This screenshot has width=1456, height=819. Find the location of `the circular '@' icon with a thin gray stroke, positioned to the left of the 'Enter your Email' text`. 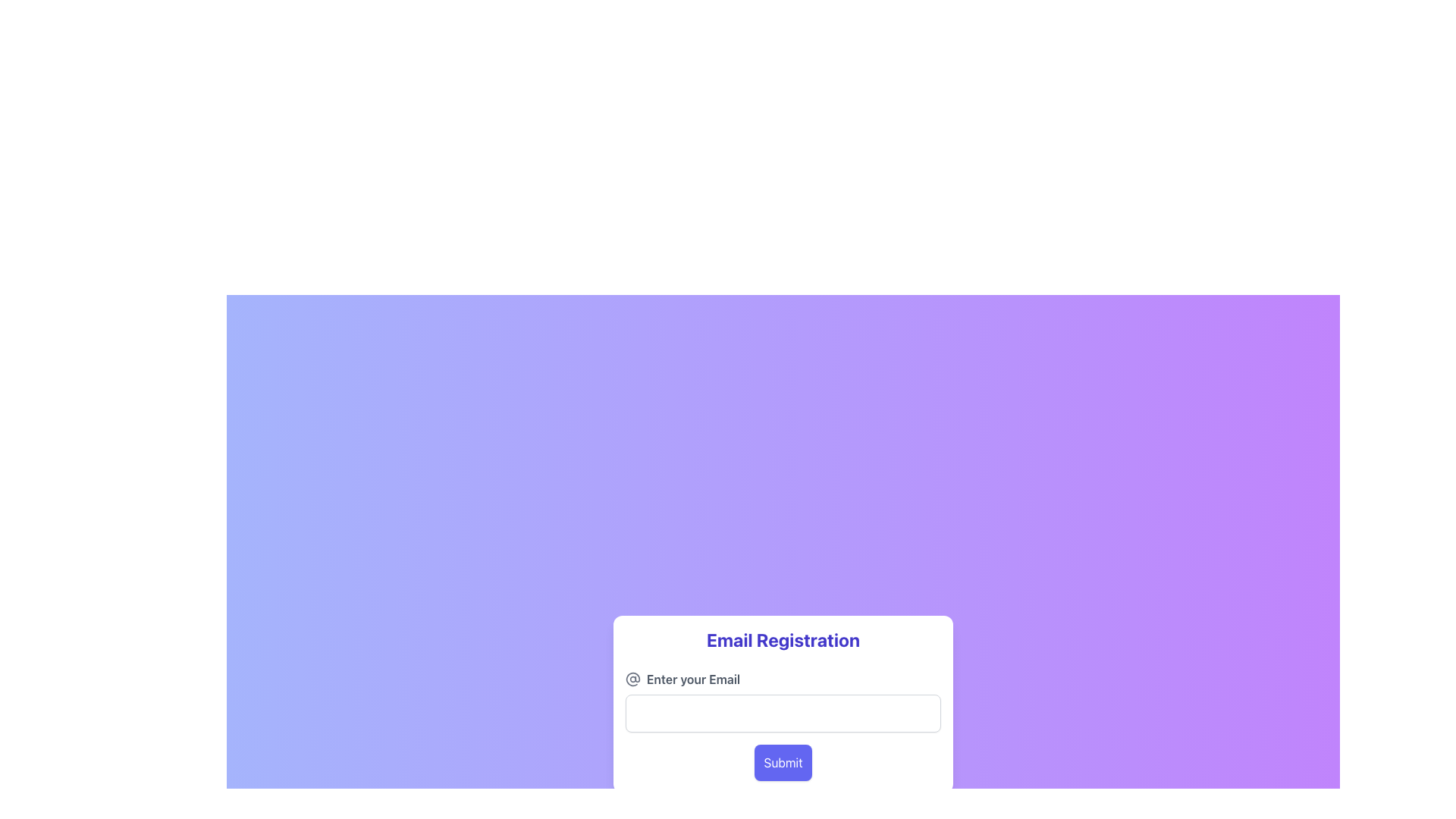

the circular '@' icon with a thin gray stroke, positioned to the left of the 'Enter your Email' text is located at coordinates (633, 678).